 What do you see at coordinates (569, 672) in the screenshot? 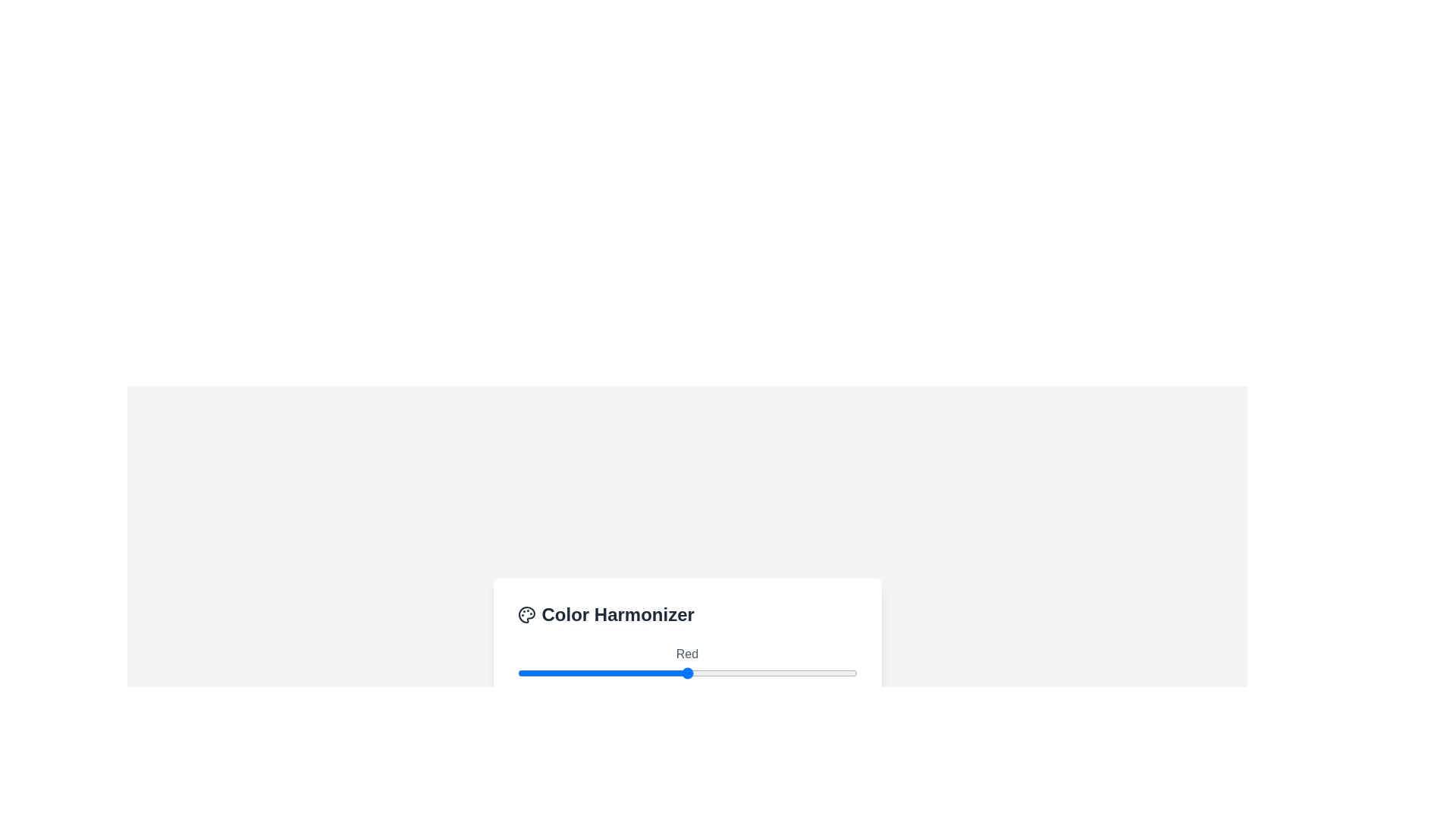
I see `the red slider to set its value to 39` at bounding box center [569, 672].